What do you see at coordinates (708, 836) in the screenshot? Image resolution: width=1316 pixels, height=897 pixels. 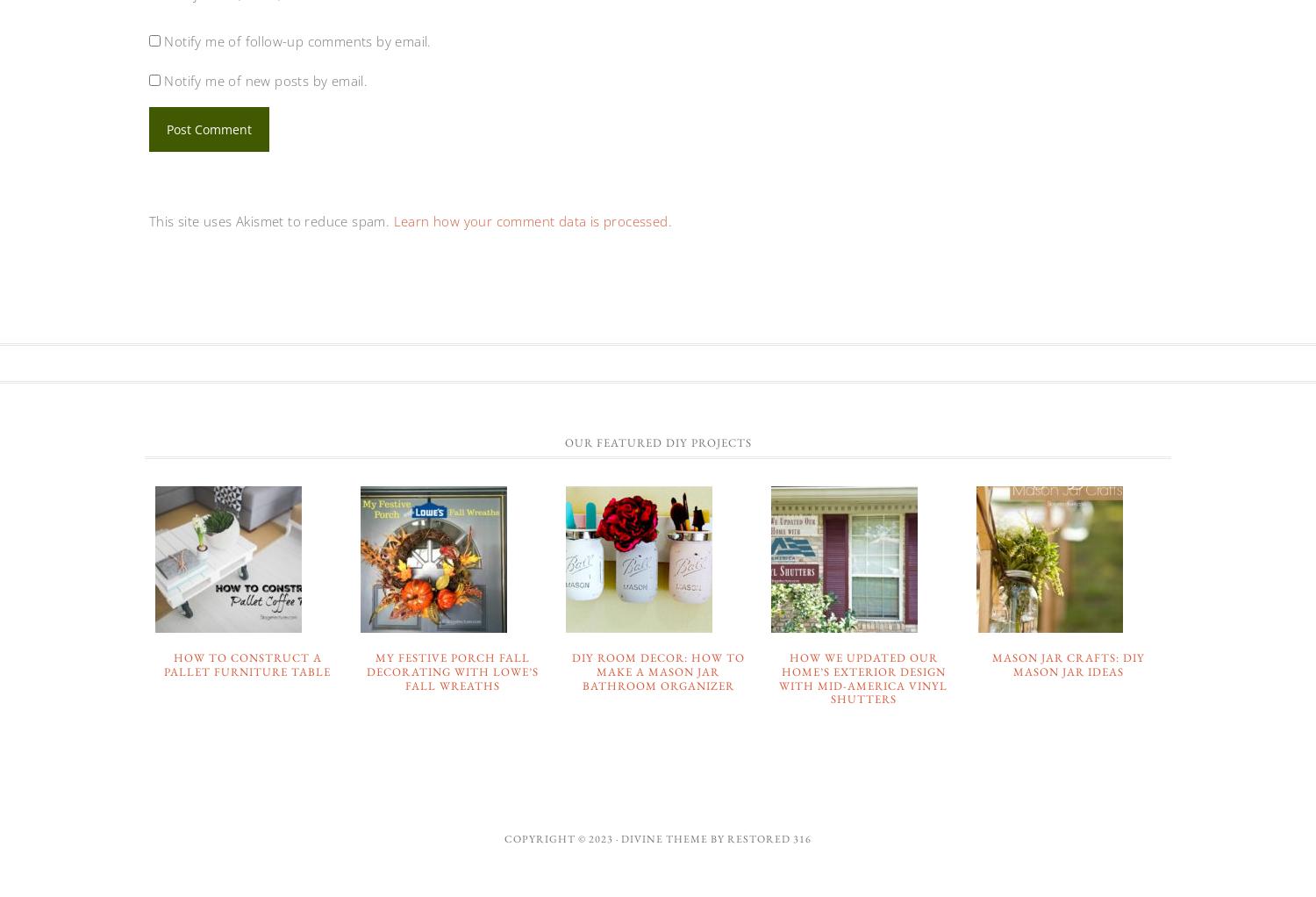 I see `'by'` at bounding box center [708, 836].